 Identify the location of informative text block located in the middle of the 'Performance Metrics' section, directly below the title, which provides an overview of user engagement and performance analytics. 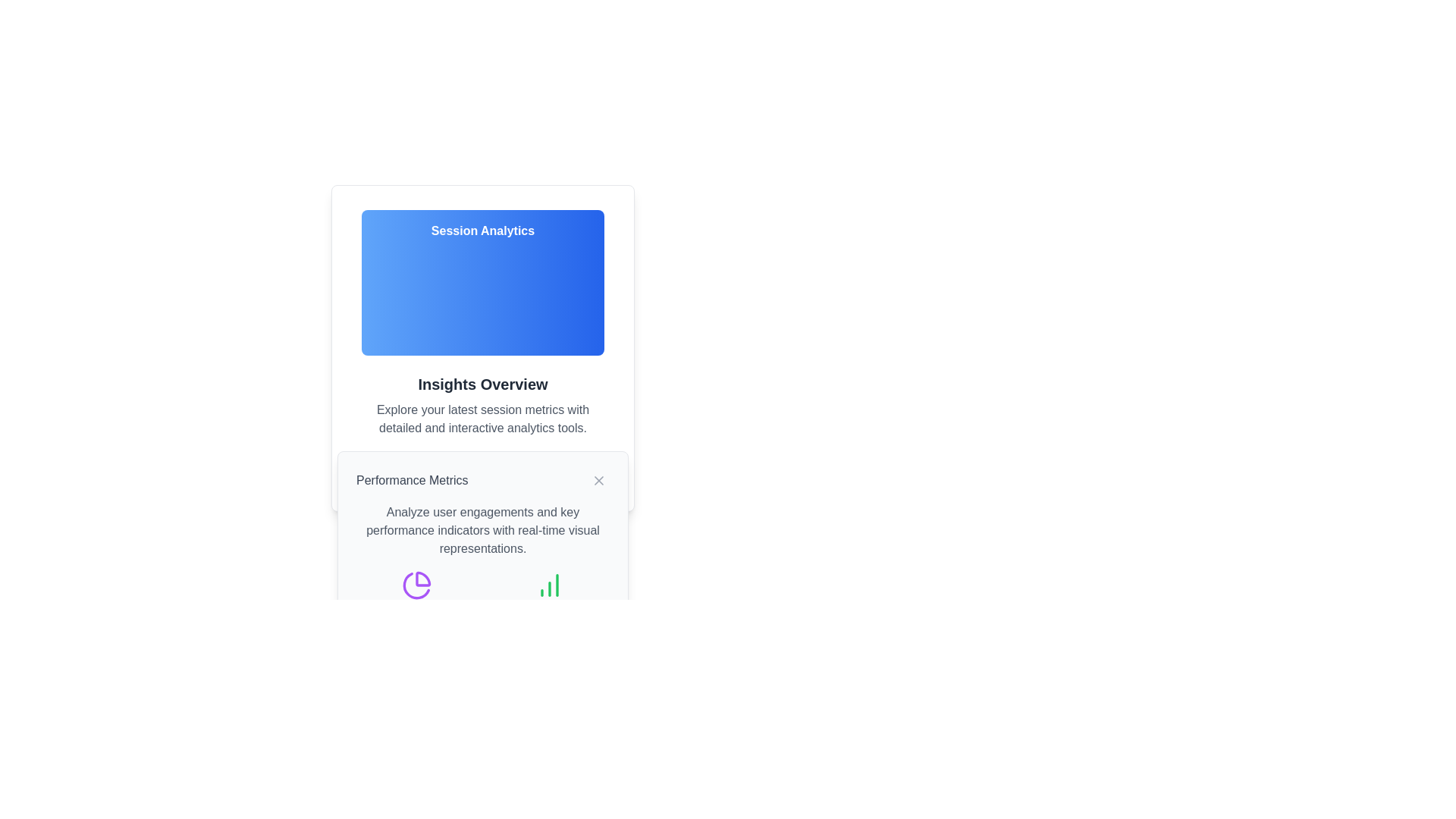
(482, 529).